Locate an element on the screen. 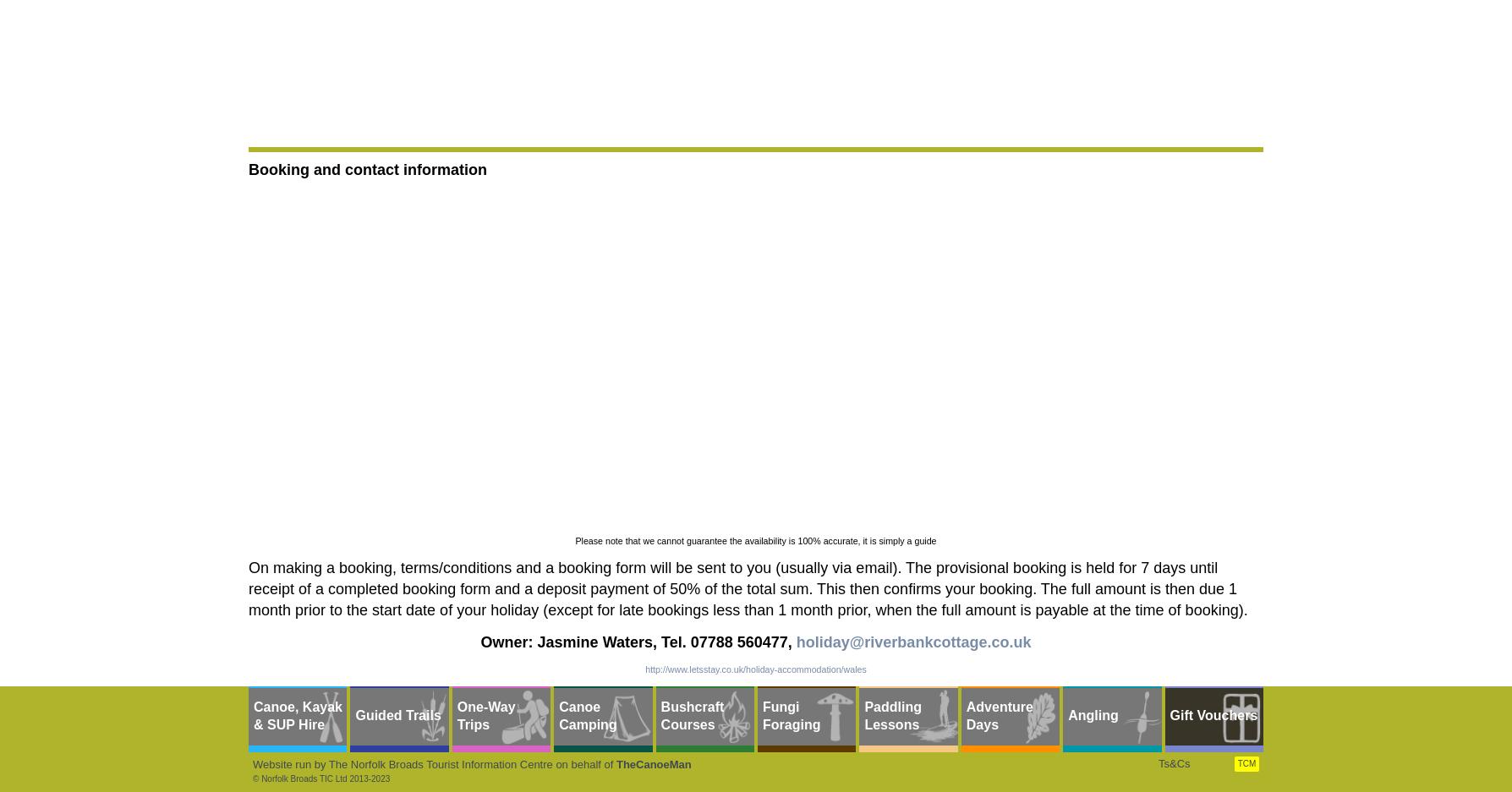 The width and height of the screenshot is (1512, 792). 'Fungi Foraging' is located at coordinates (792, 715).